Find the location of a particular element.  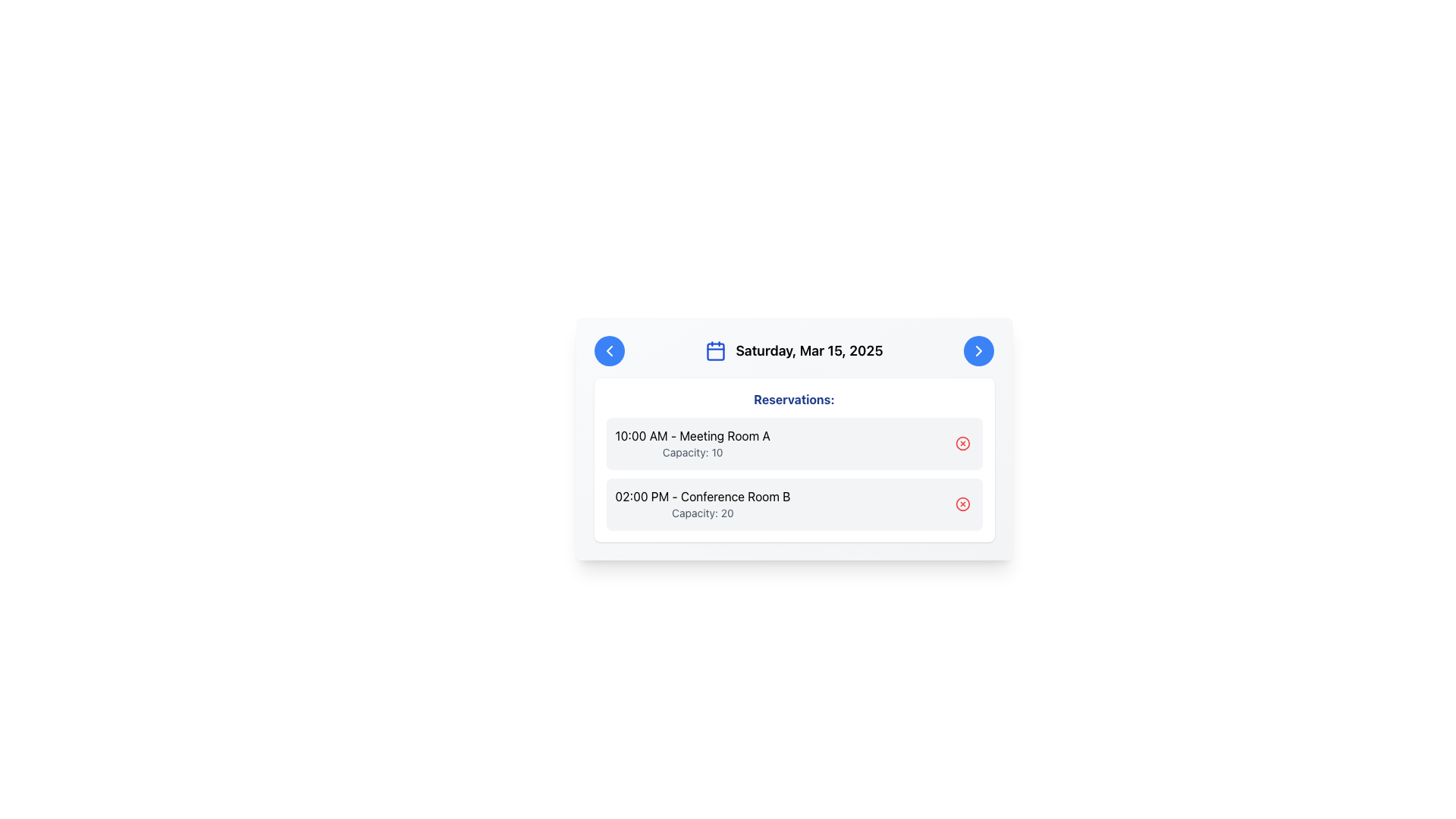

text label displaying 'Capacity: 20', which is styled in gray and located below '02:00 PM - Conference Room B' is located at coordinates (701, 513).